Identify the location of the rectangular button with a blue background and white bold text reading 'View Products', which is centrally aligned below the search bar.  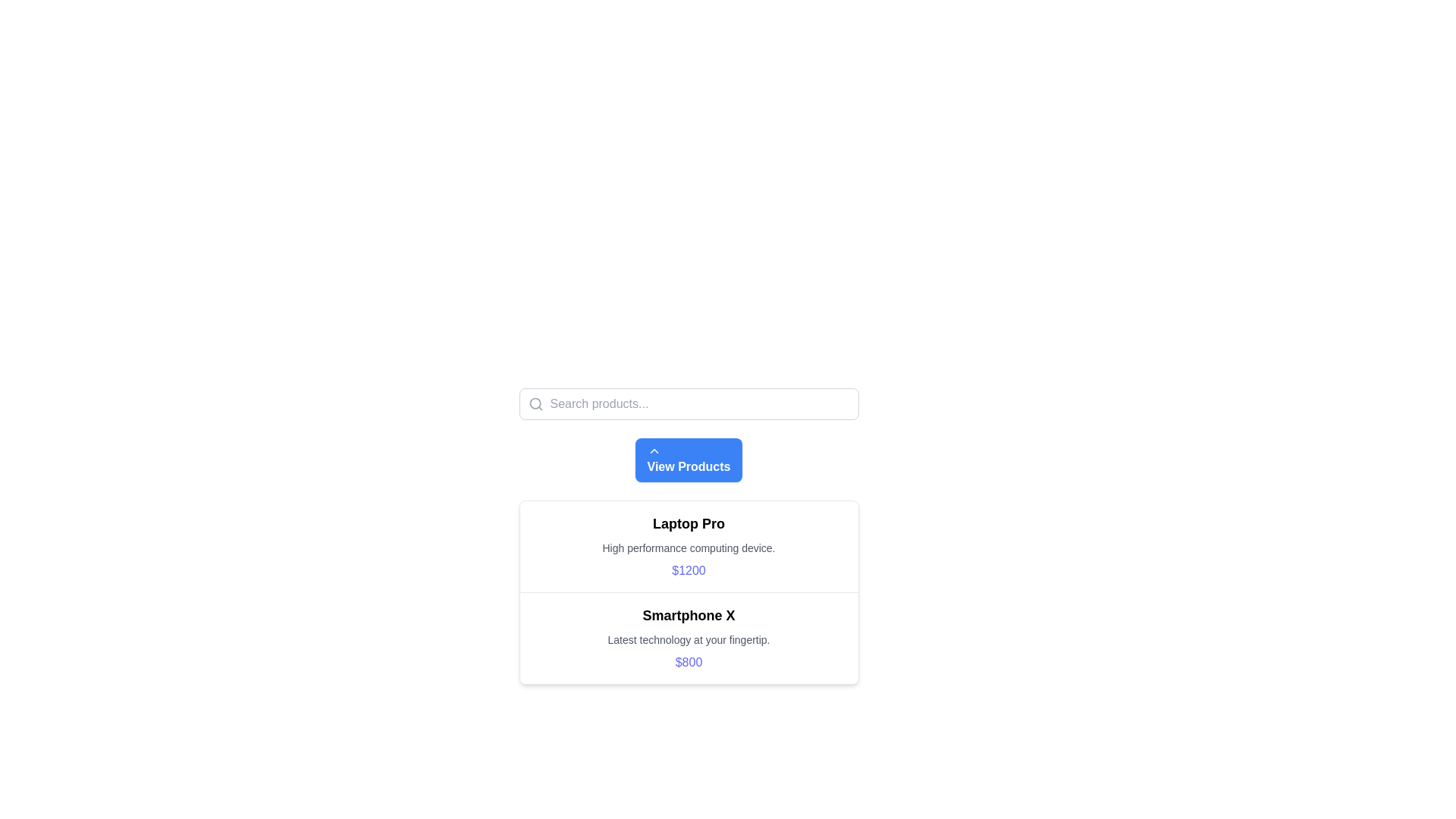
(688, 459).